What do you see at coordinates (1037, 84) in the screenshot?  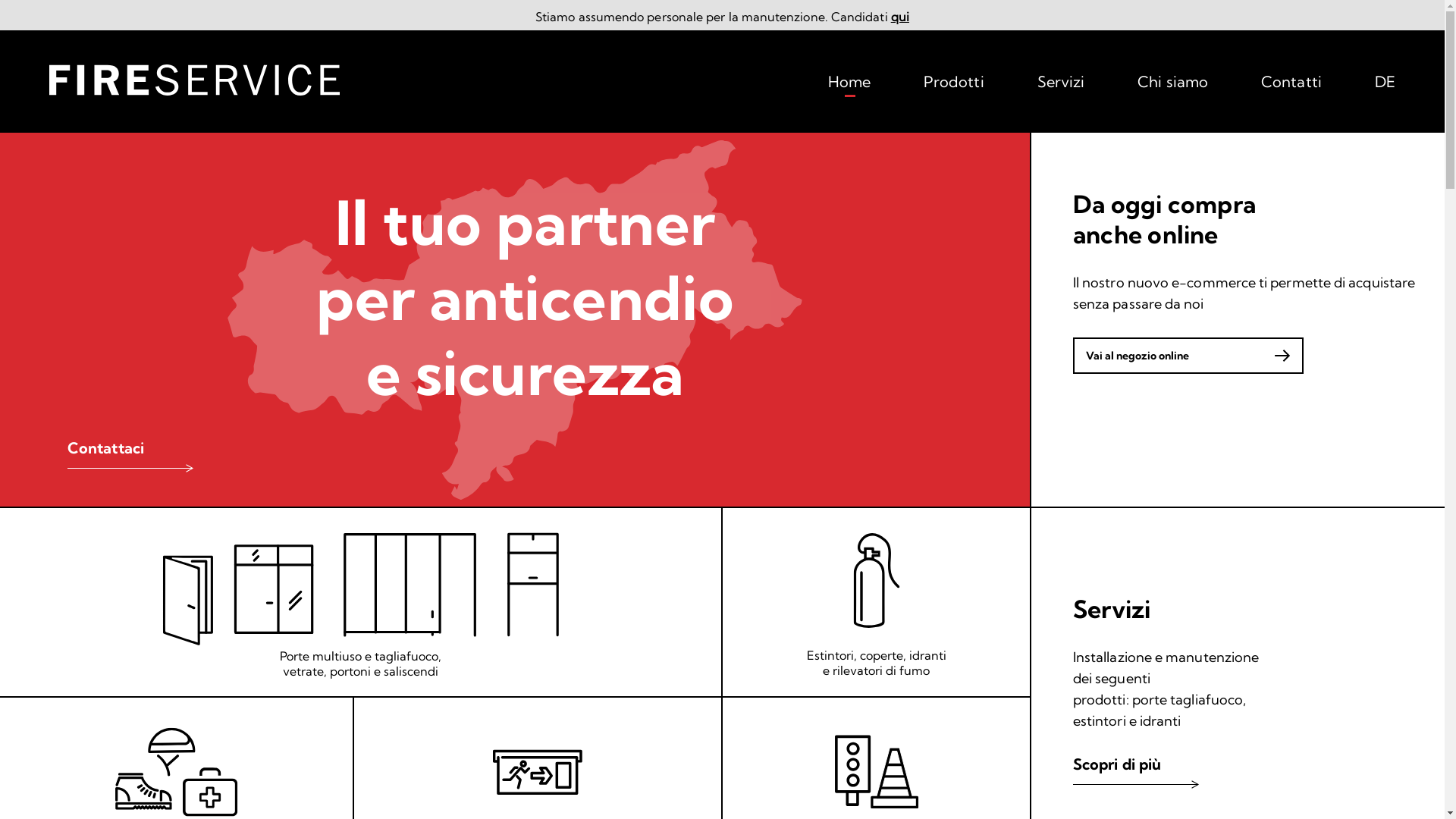 I see `'Servizi'` at bounding box center [1037, 84].